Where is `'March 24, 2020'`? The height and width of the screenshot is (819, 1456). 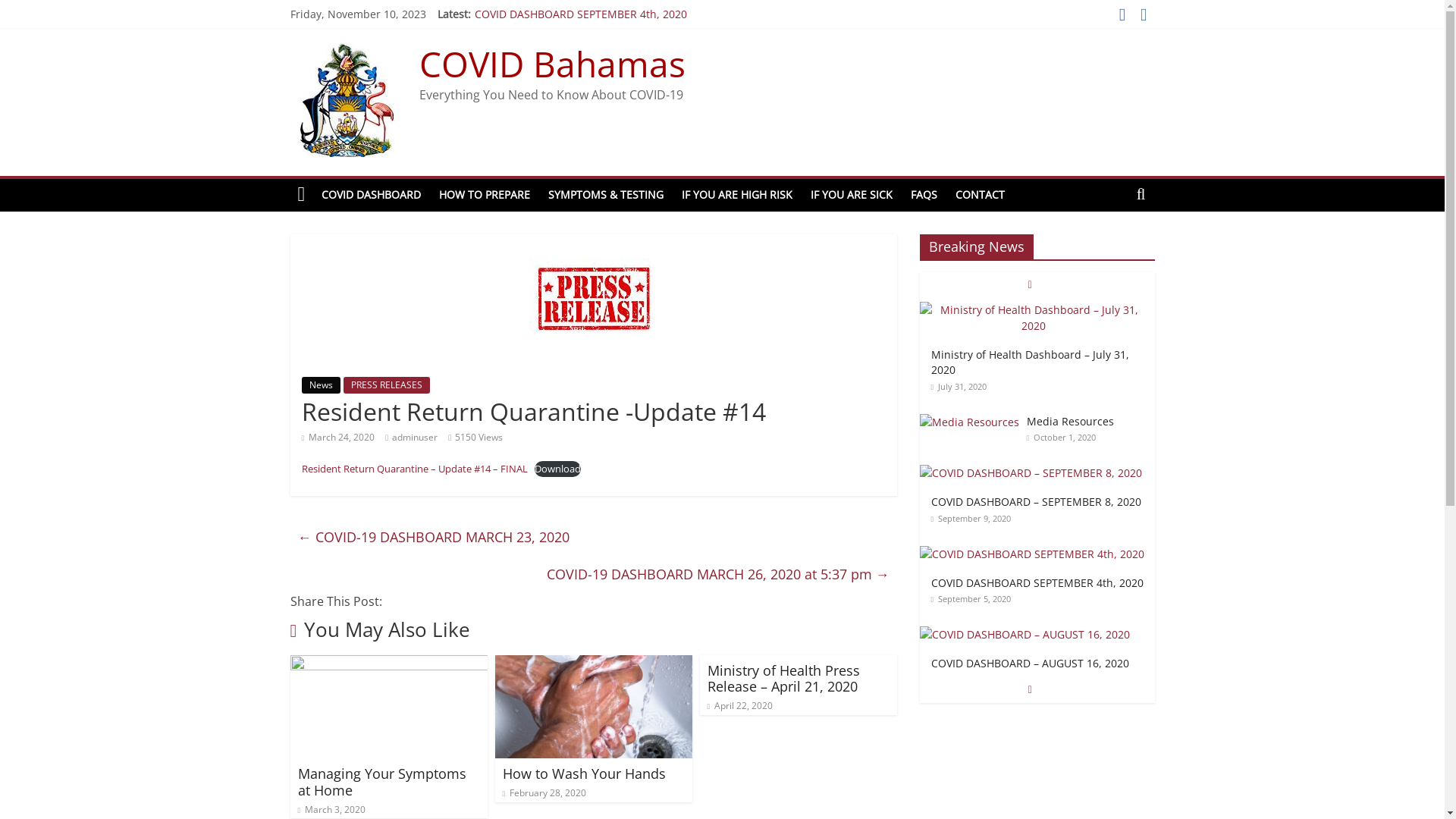 'March 24, 2020' is located at coordinates (337, 437).